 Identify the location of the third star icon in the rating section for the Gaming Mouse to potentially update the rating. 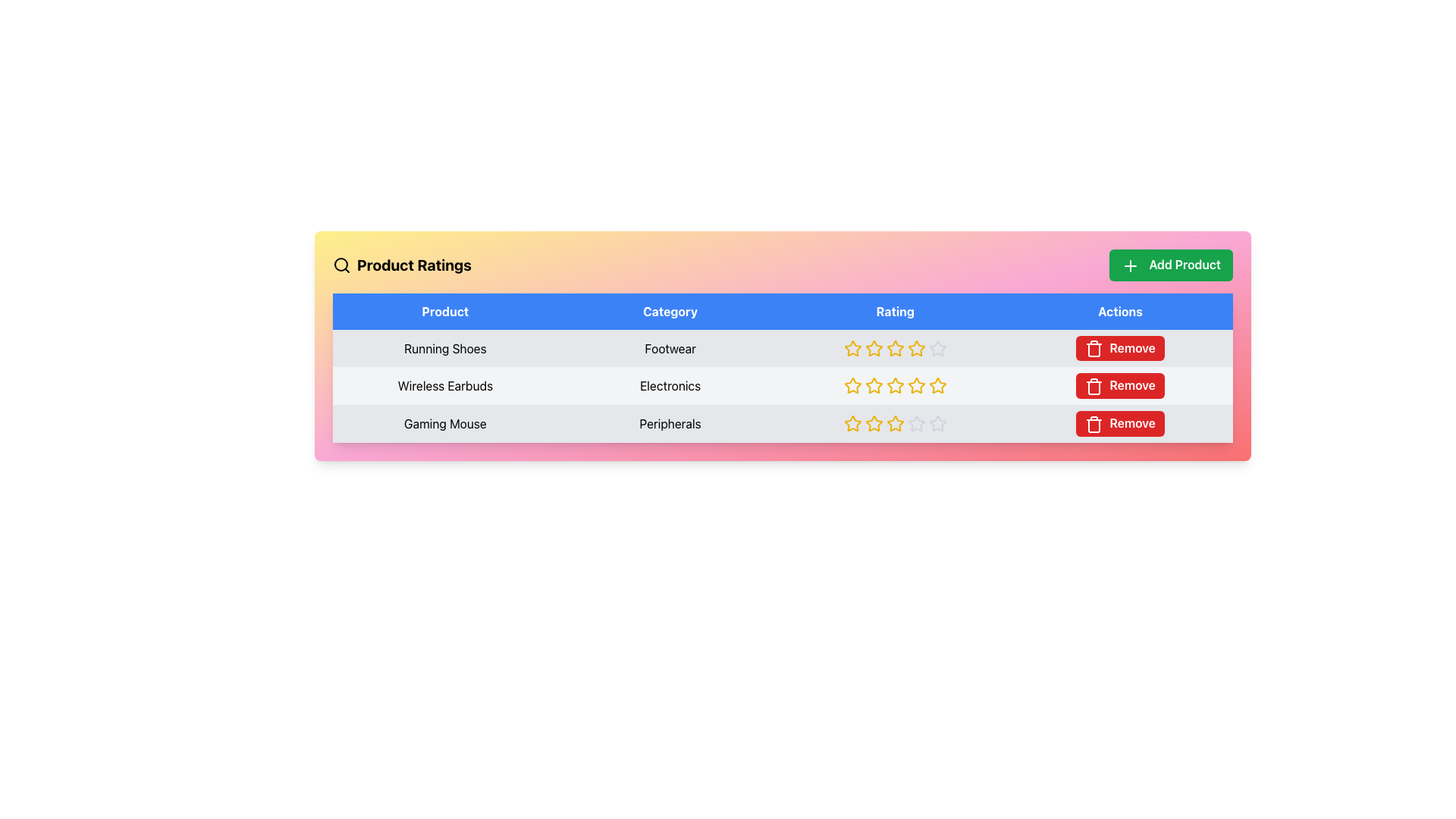
(895, 424).